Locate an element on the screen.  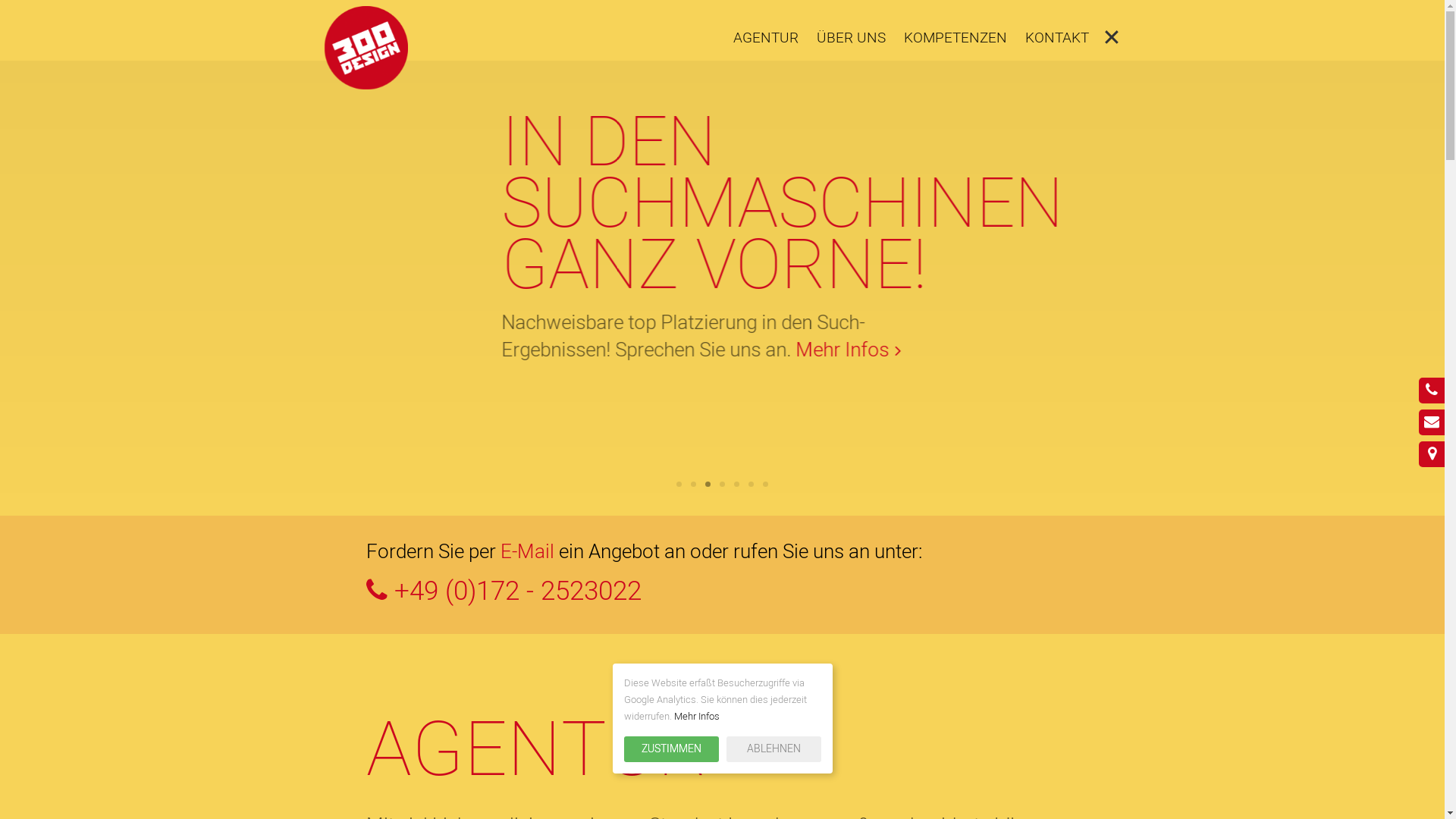
'7' is located at coordinates (763, 484).